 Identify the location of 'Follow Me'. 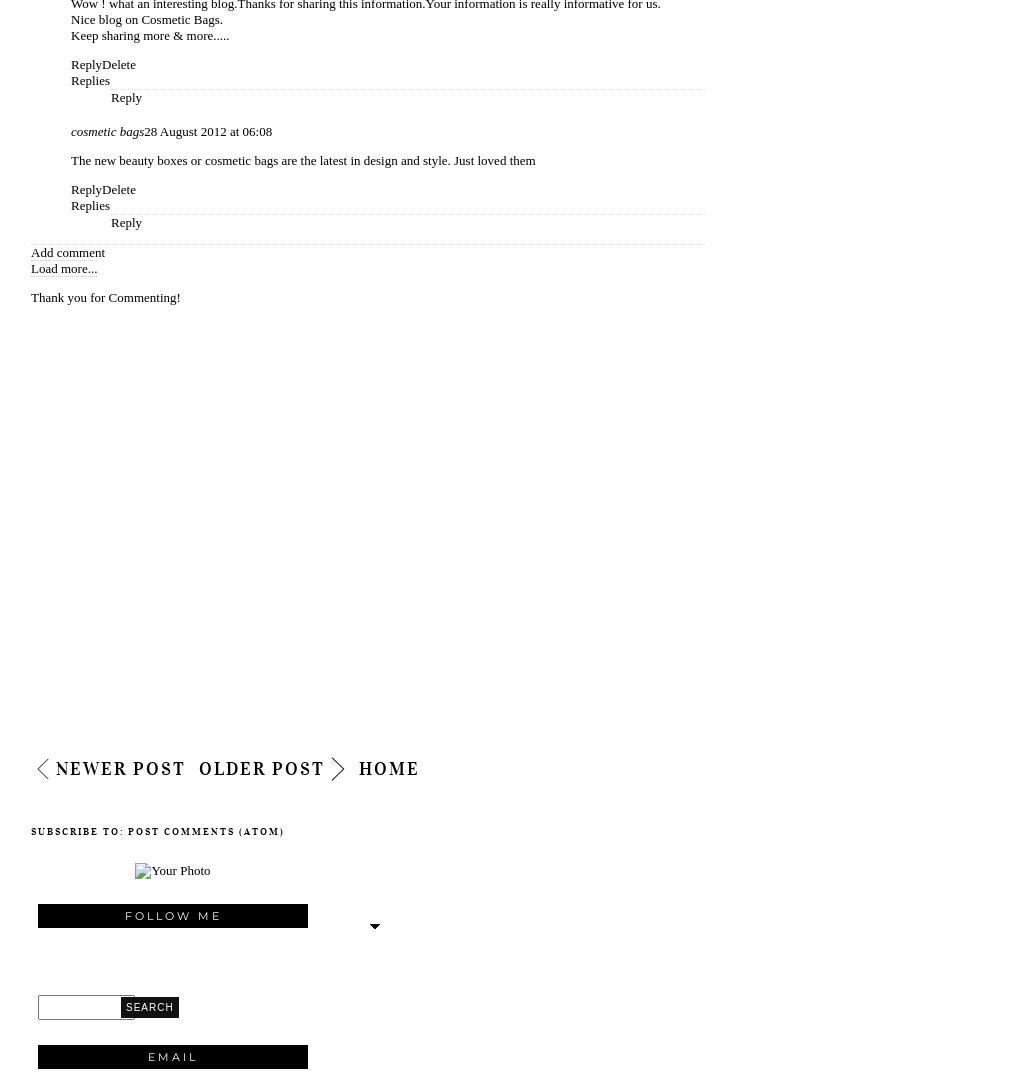
(172, 914).